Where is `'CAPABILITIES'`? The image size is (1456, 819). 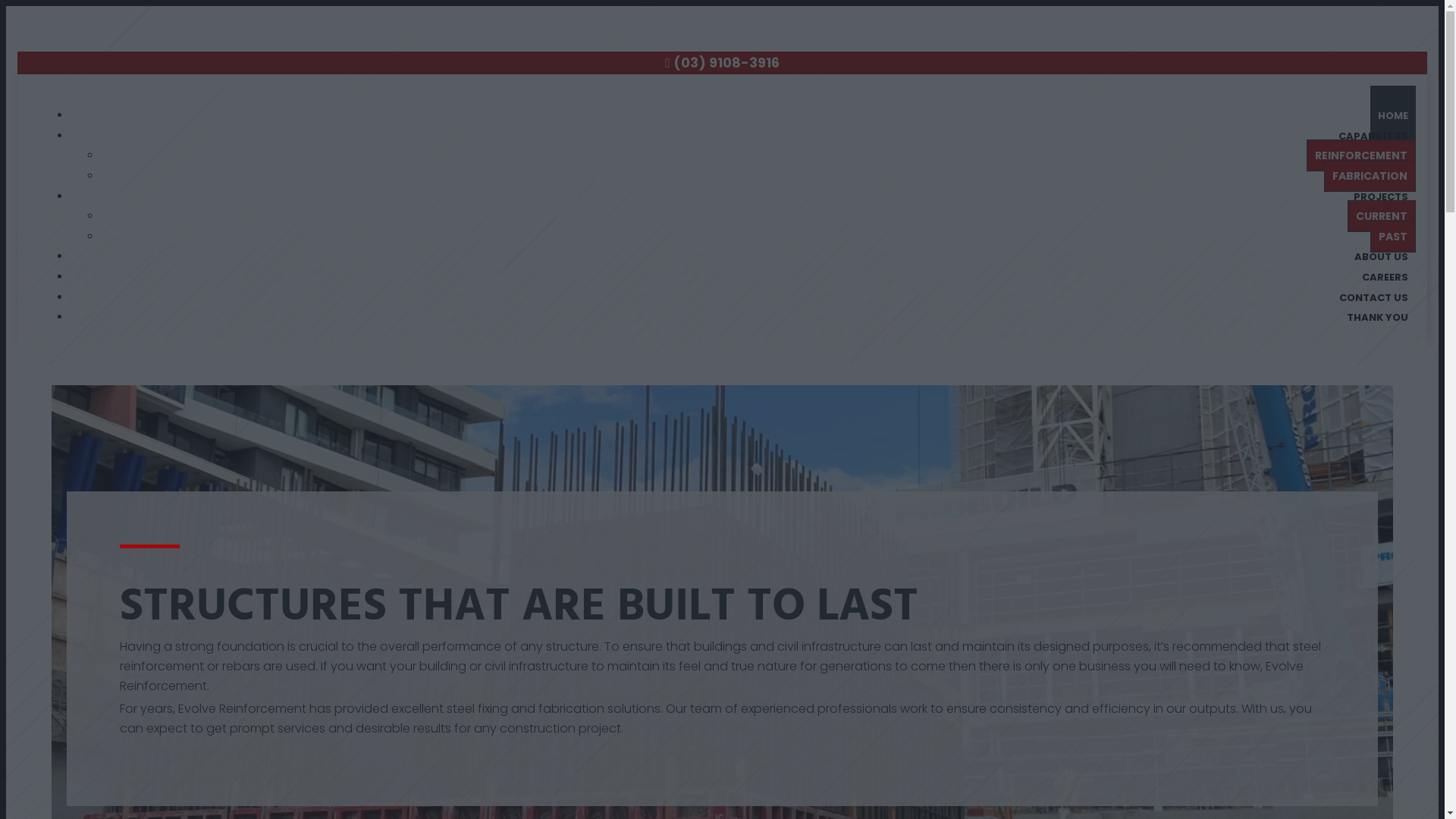
'CAPABILITIES' is located at coordinates (1373, 135).